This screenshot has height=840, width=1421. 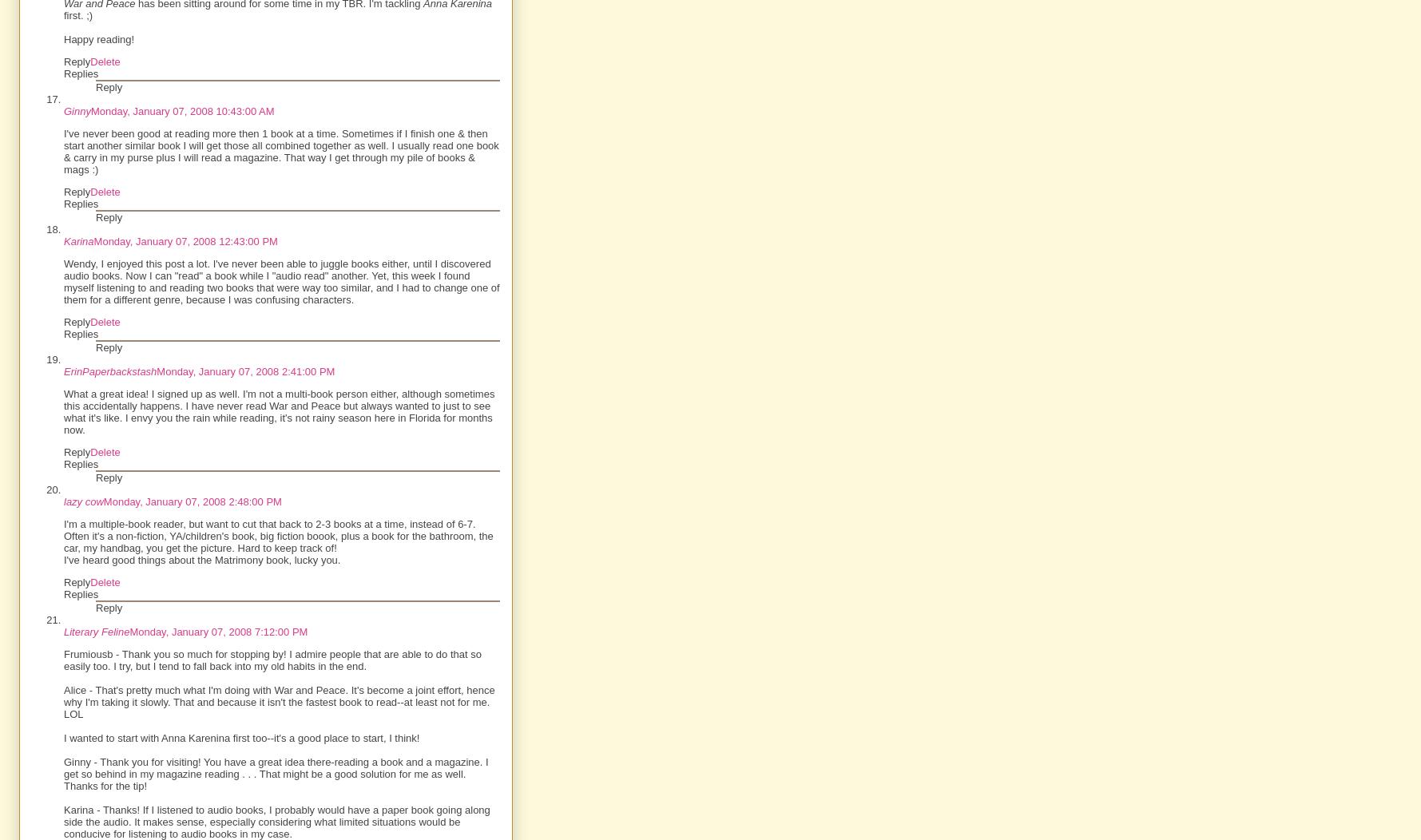 What do you see at coordinates (63, 38) in the screenshot?
I see `'Happy reading!'` at bounding box center [63, 38].